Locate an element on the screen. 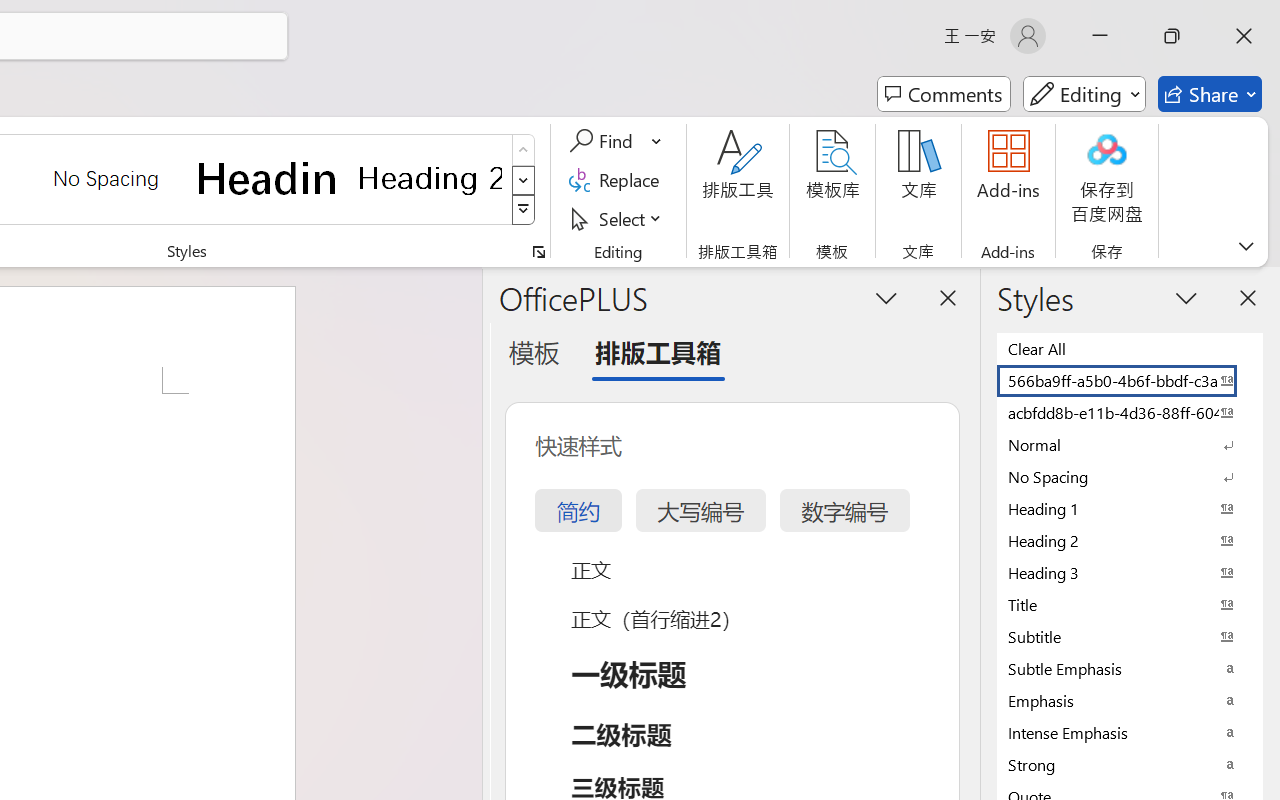 The width and height of the screenshot is (1280, 800). 'Row up' is located at coordinates (523, 150).